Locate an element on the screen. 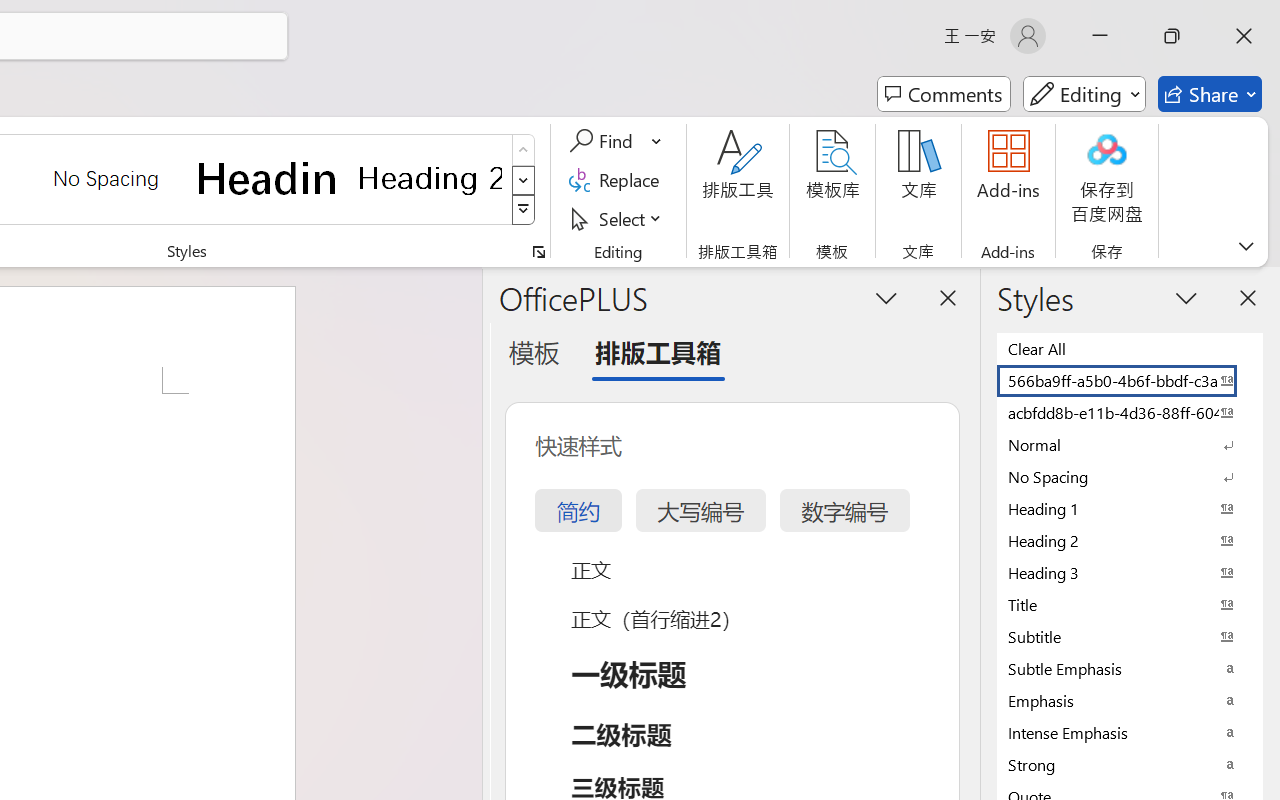 The width and height of the screenshot is (1280, 800). 'Row up' is located at coordinates (523, 150).